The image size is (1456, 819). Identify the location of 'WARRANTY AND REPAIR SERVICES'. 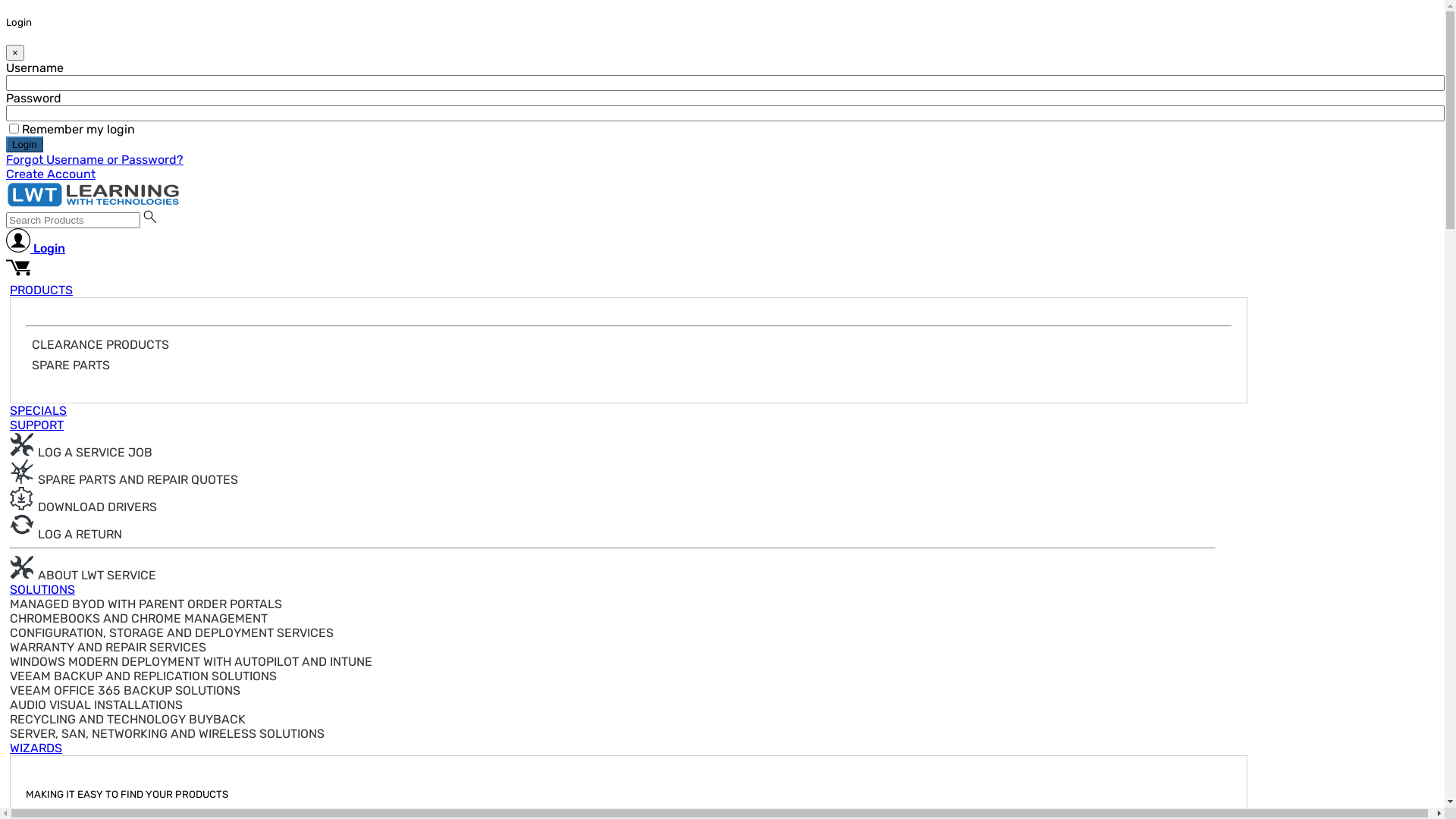
(107, 647).